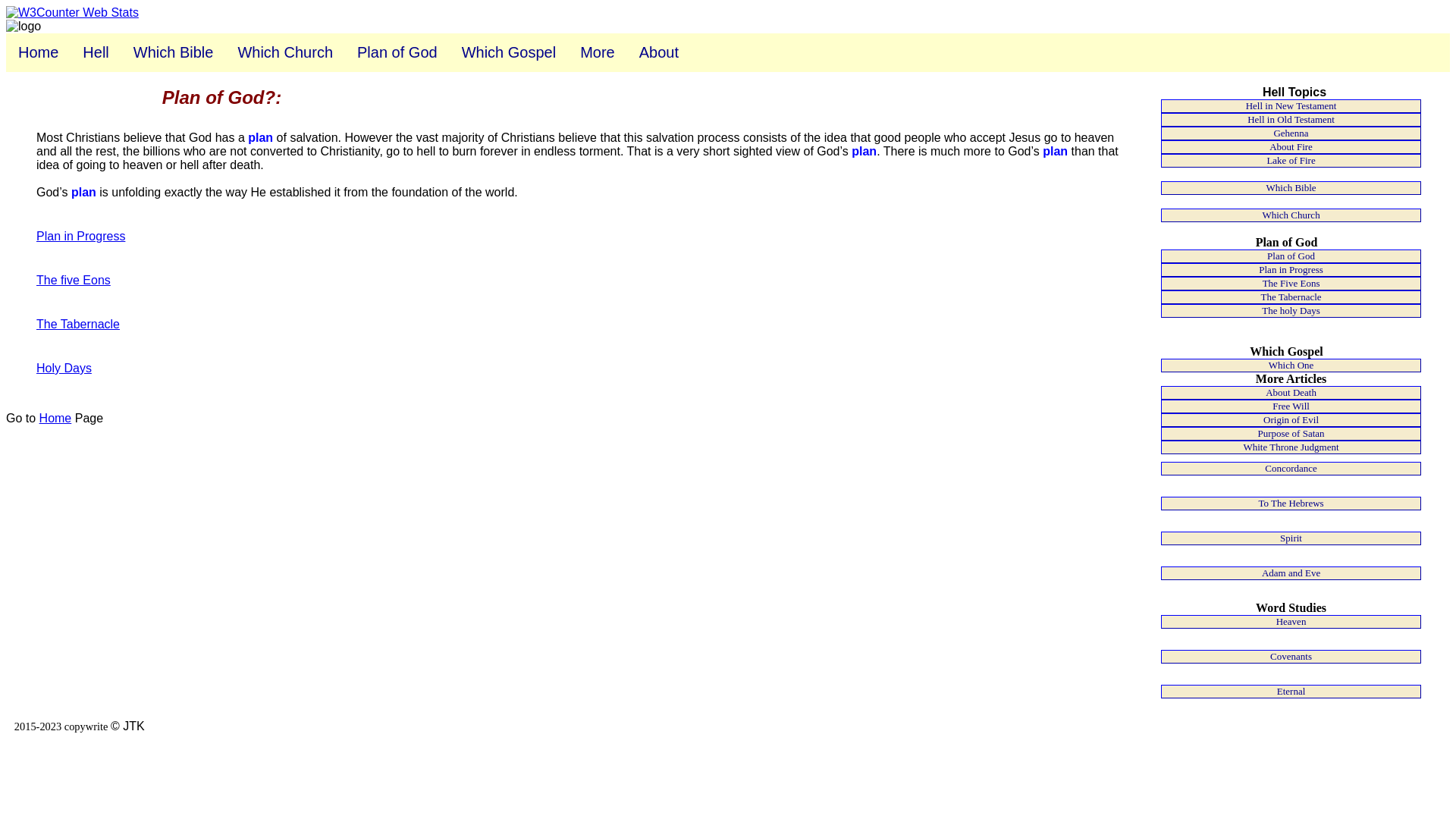  I want to click on 'The five Eons', so click(72, 280).